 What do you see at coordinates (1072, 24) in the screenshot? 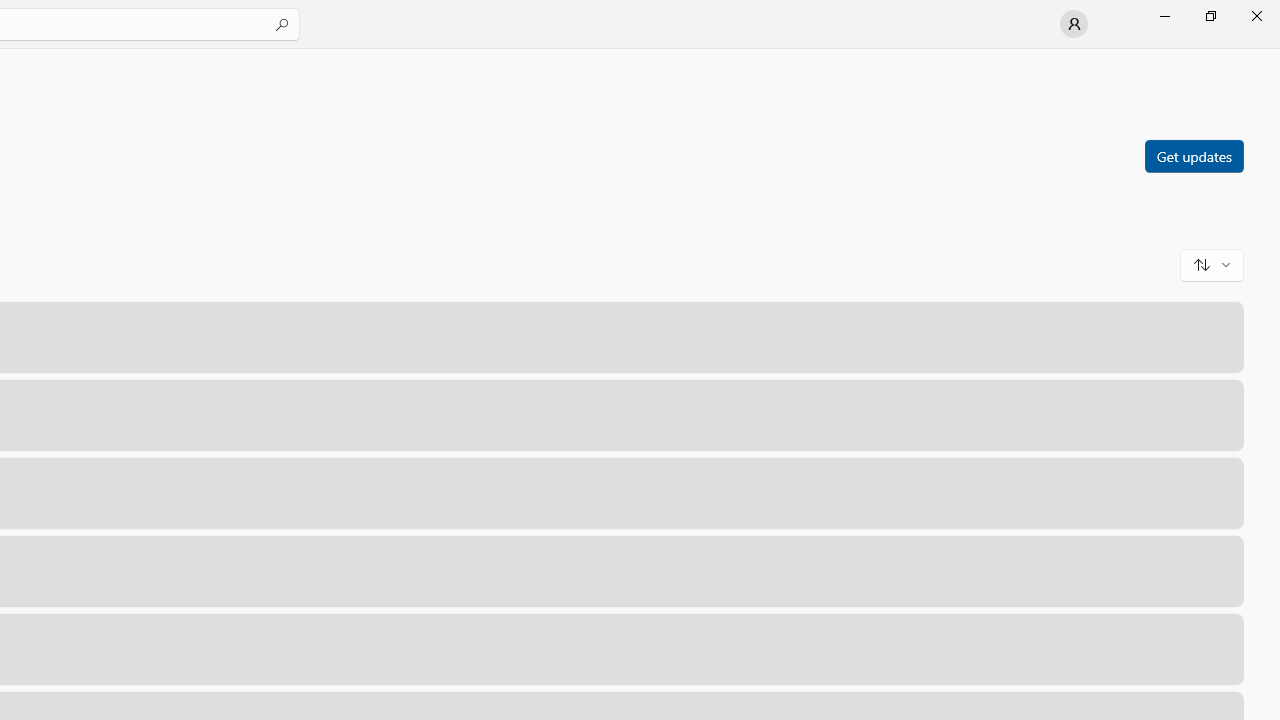
I see `'User profile'` at bounding box center [1072, 24].